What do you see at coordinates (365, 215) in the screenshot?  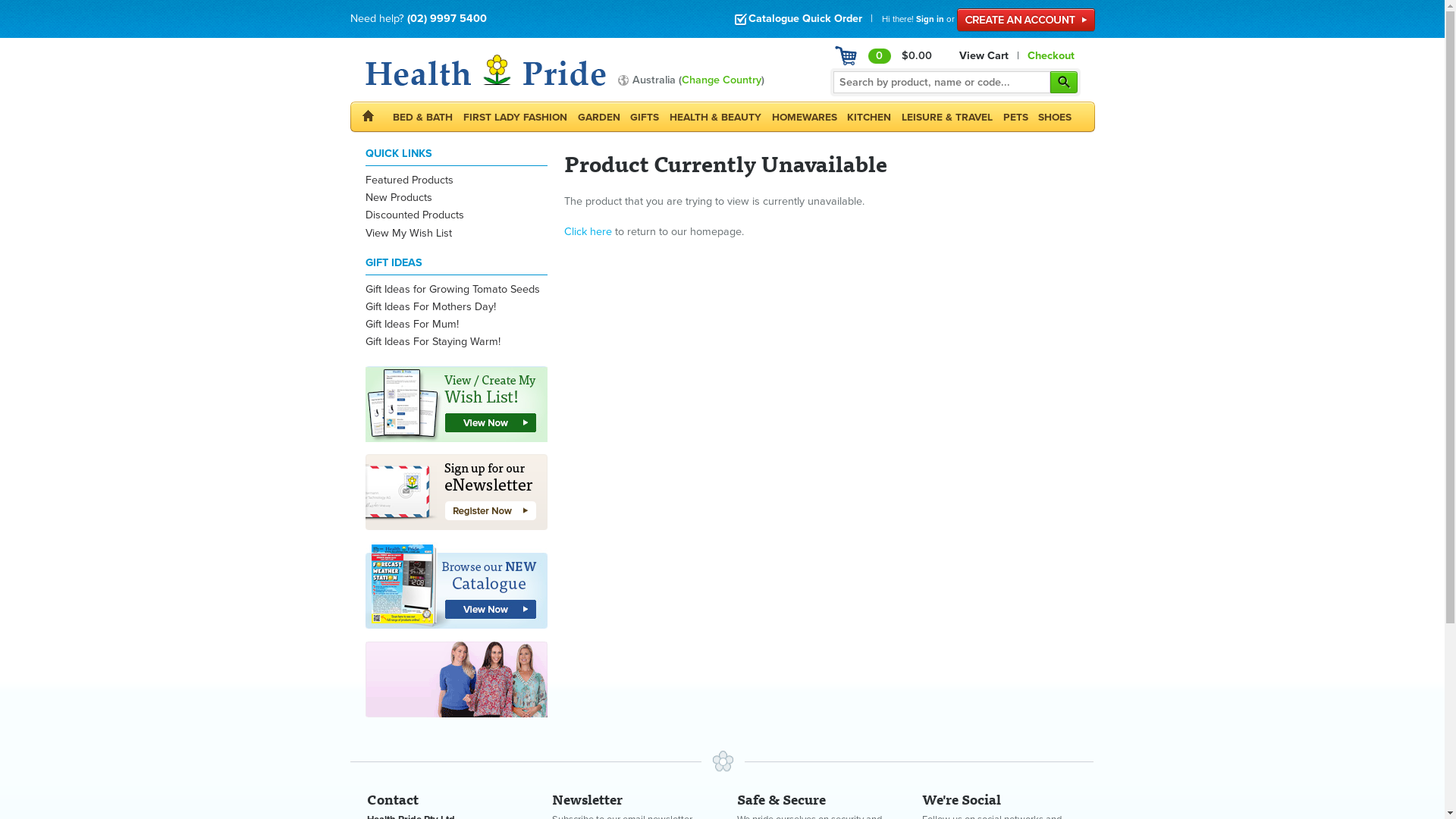 I see `'Discounted Products'` at bounding box center [365, 215].